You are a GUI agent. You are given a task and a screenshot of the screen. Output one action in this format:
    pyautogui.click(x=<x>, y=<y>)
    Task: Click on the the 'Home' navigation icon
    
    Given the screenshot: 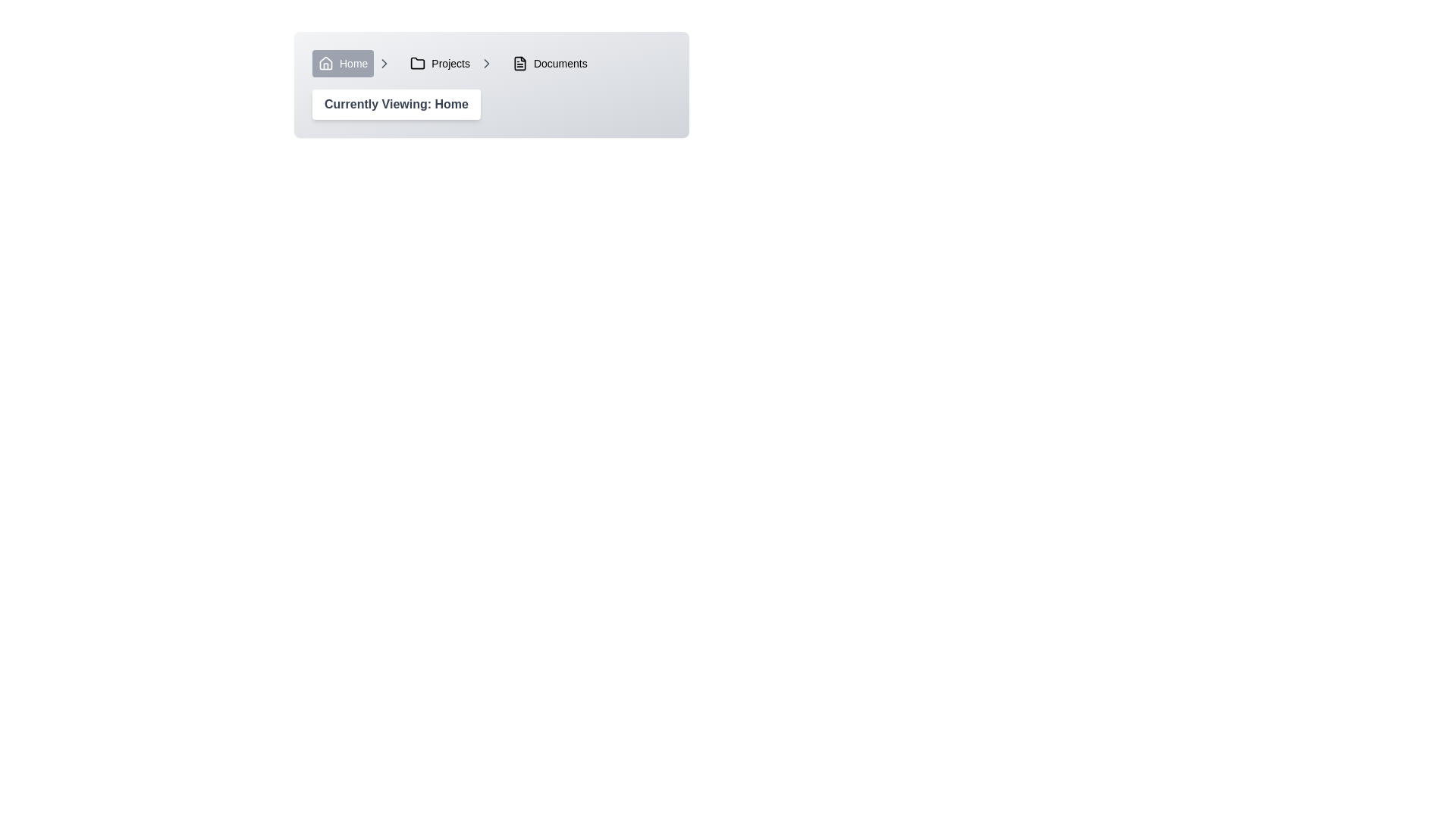 What is the action you would take?
    pyautogui.click(x=325, y=63)
    